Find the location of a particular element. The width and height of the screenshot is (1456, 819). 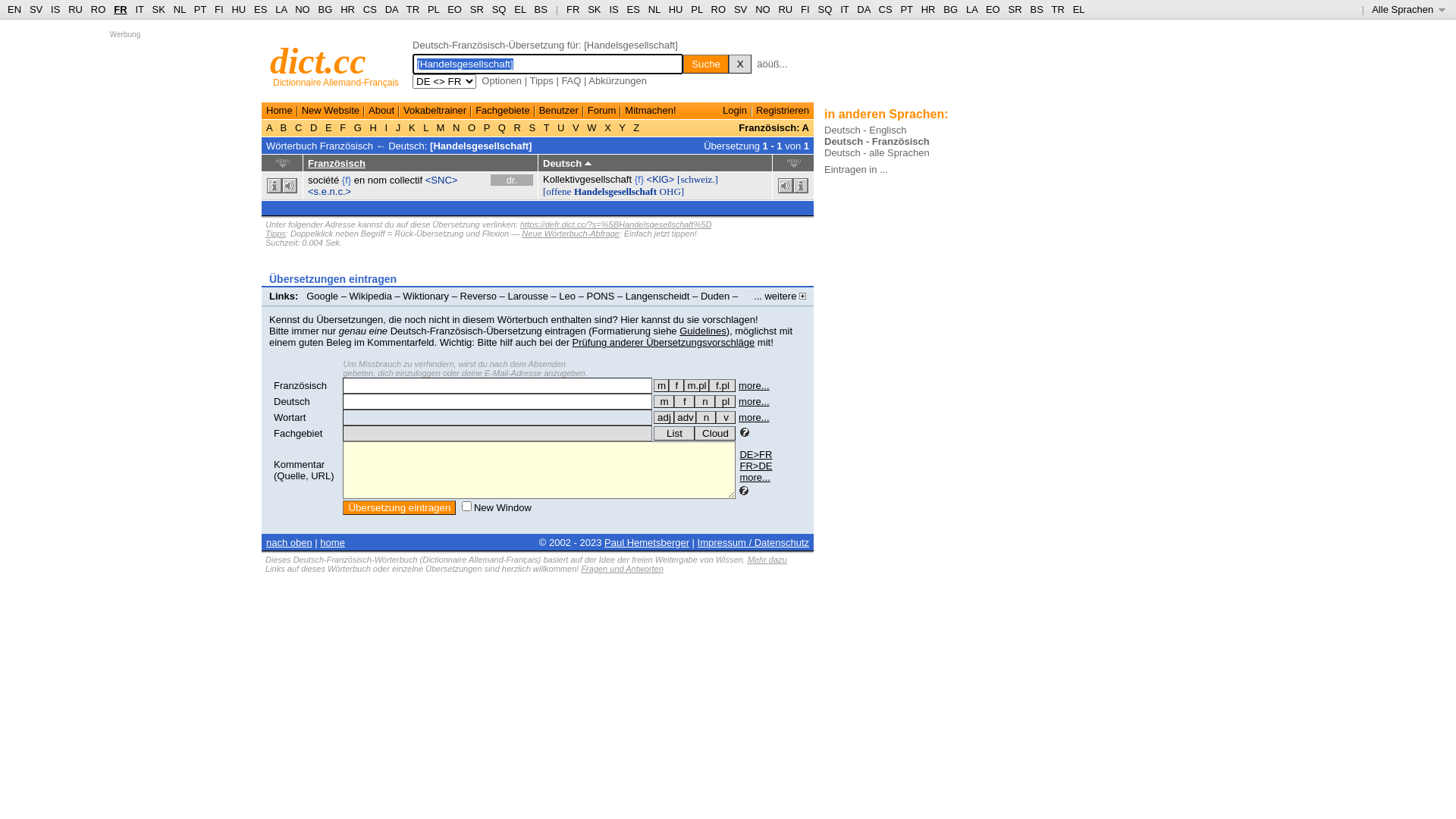

'A' is located at coordinates (265, 127).